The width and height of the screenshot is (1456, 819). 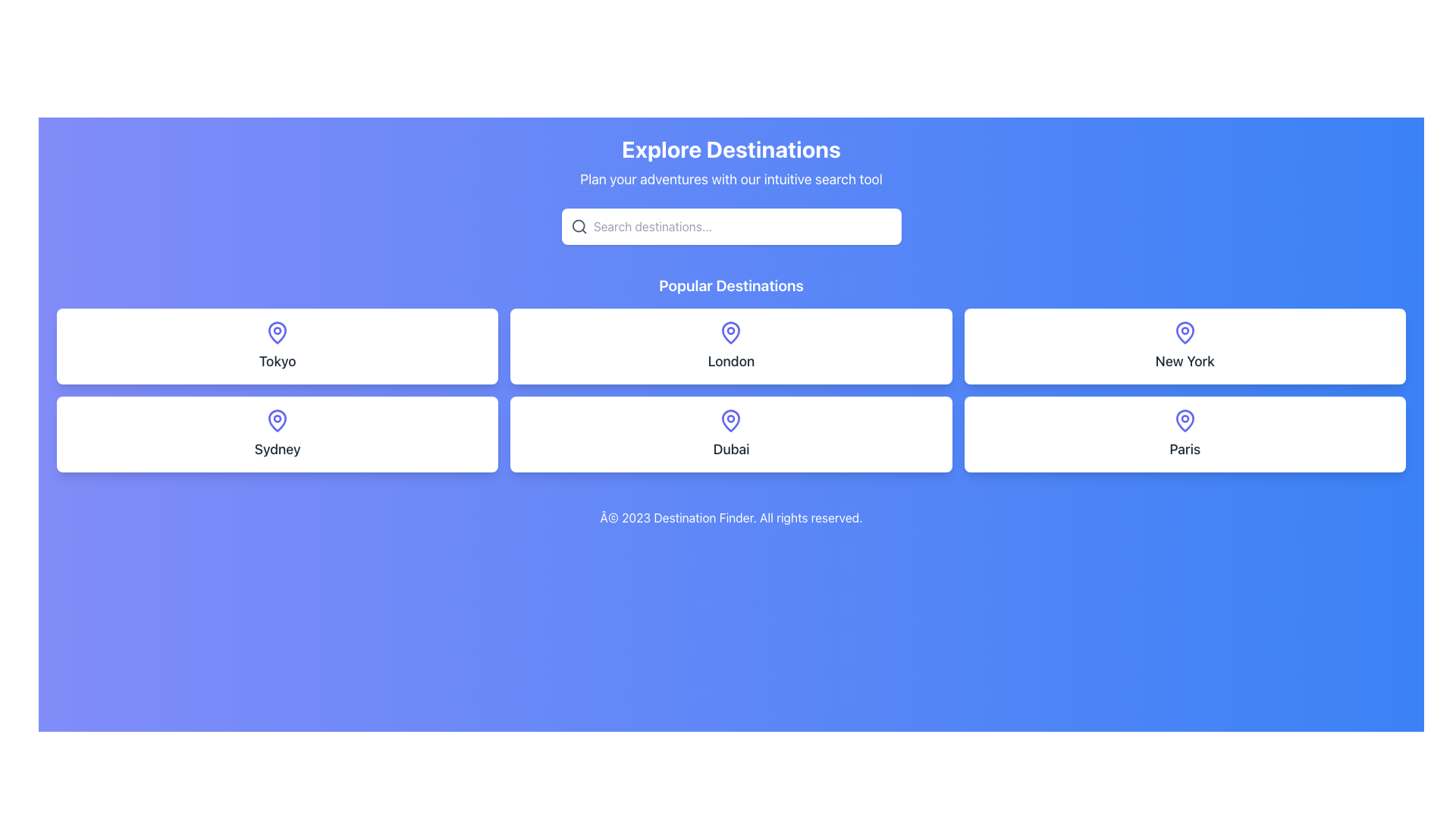 What do you see at coordinates (278, 449) in the screenshot?
I see `the text label identifying the destination 'Sydney', located at the bottom-center of its surrounding card in the second row of the popular destinations section` at bounding box center [278, 449].